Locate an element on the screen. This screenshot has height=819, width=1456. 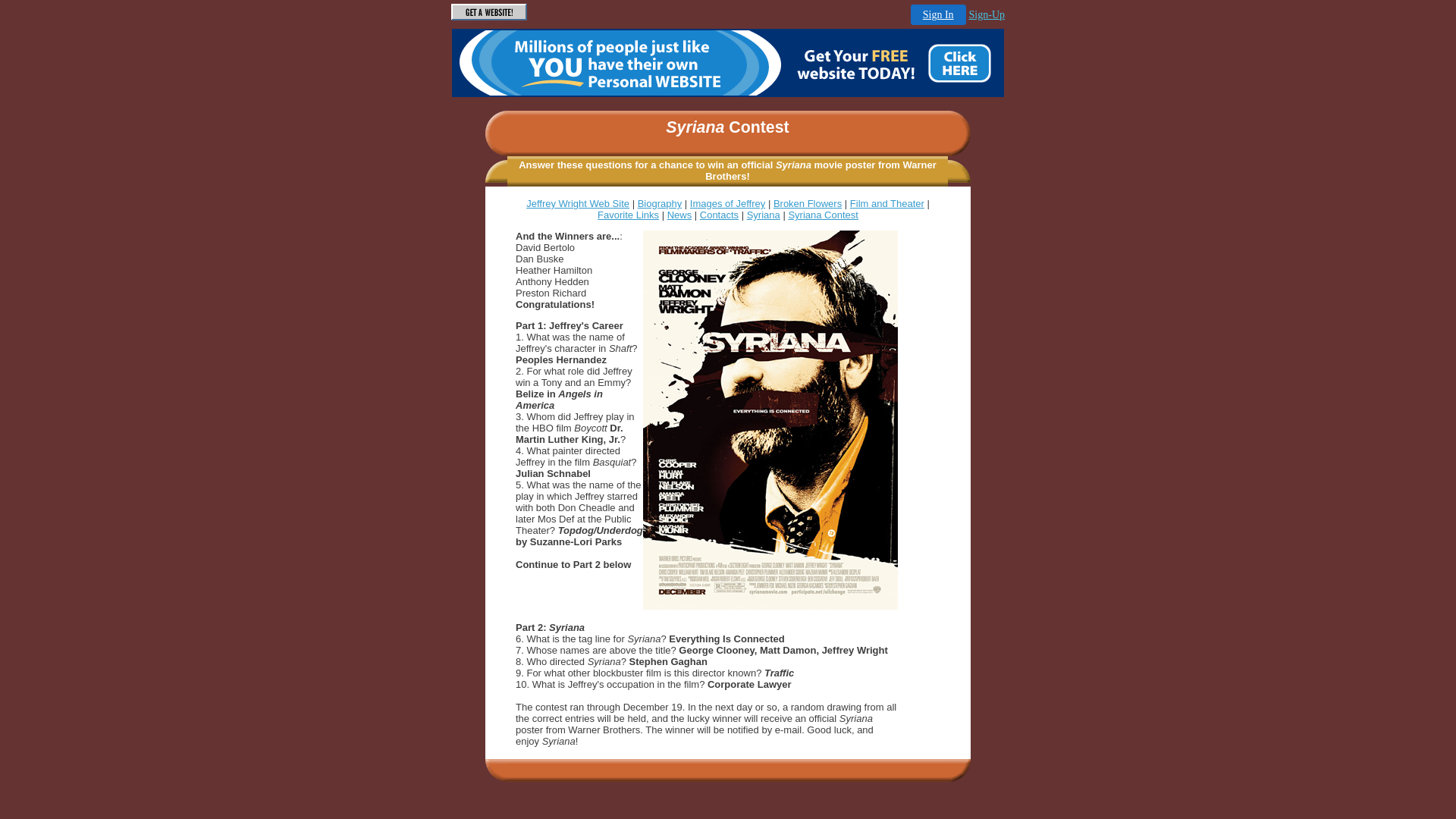
'News' is located at coordinates (667, 215).